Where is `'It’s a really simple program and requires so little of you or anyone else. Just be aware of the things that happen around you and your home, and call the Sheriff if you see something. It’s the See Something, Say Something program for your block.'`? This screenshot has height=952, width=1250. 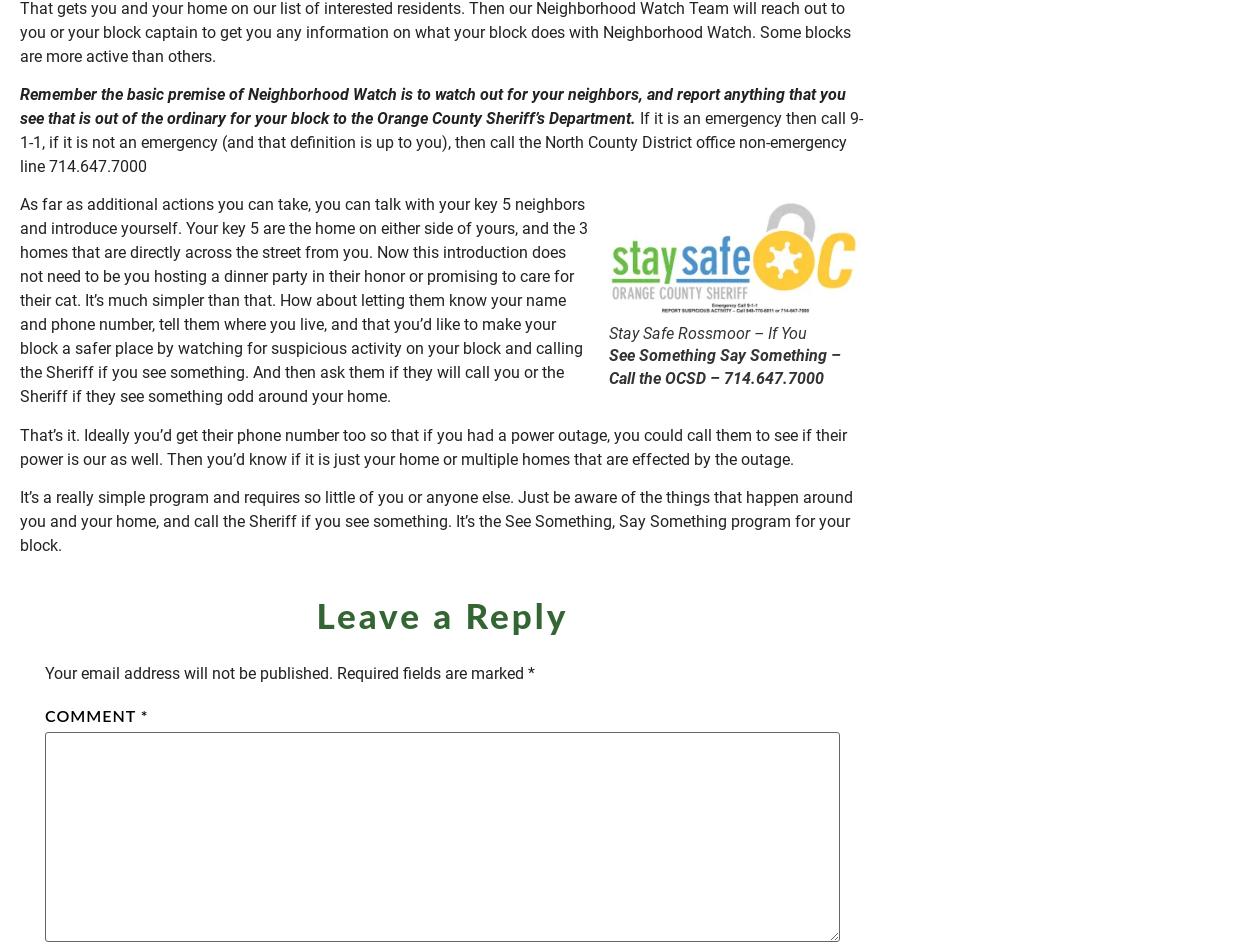
'It’s a really simple program and requires so little of you or anyone else. Just be aware of the things that happen around you and your home, and call the Sheriff if you see something. It’s the See Something, Say Something program for your block.' is located at coordinates (436, 521).